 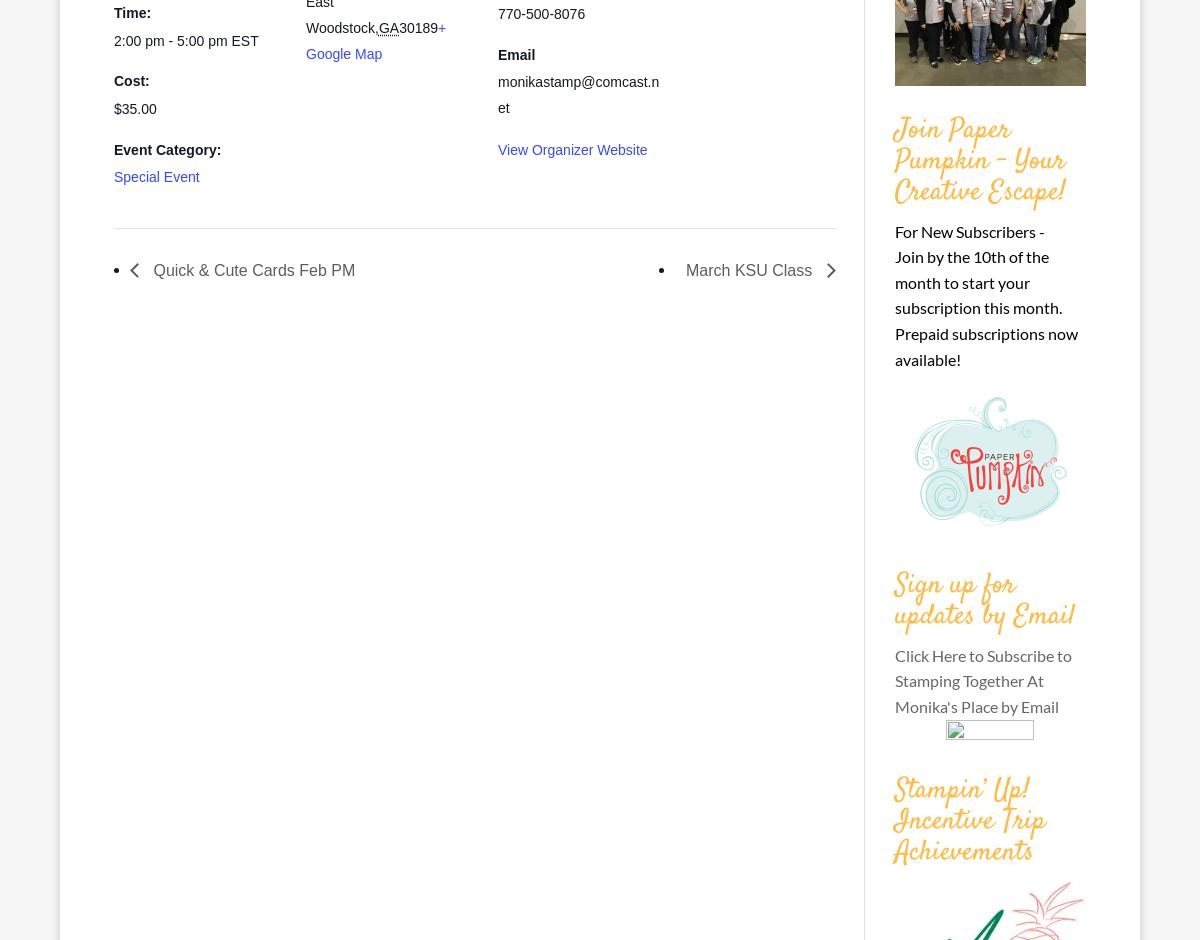 I want to click on 'Event Category:', so click(x=166, y=147).